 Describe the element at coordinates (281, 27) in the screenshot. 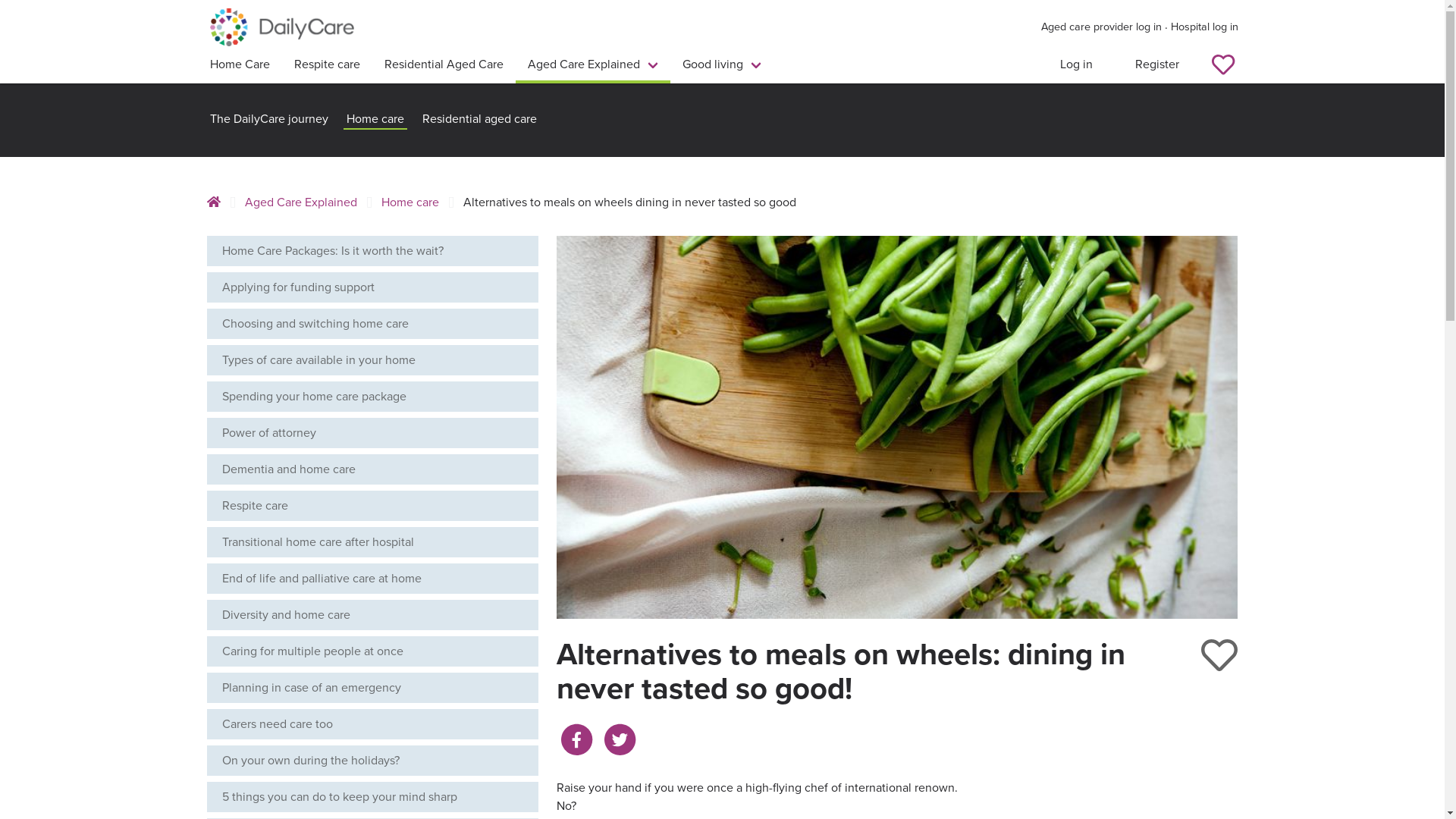

I see `'DailyCare'` at that location.